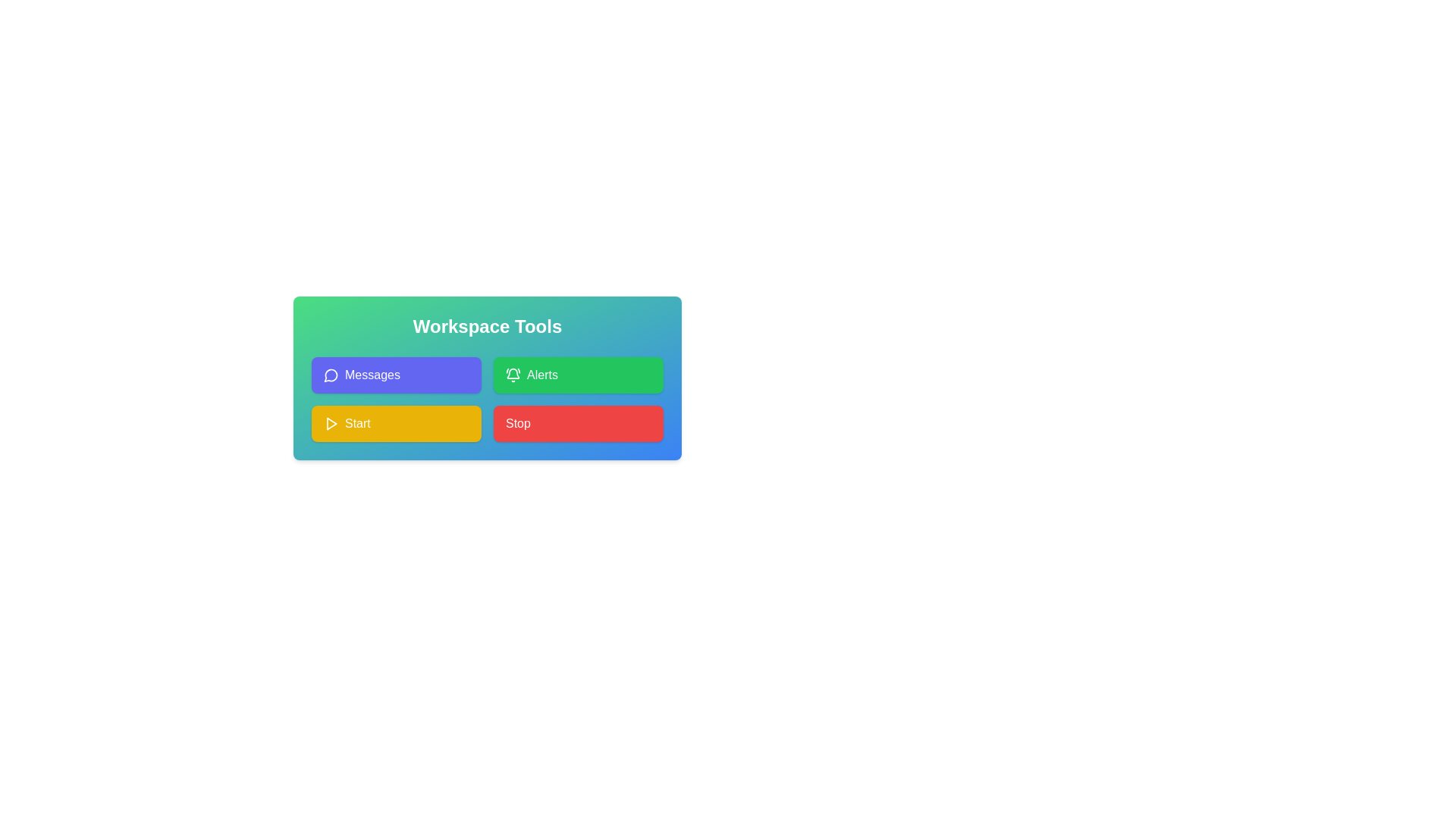 The height and width of the screenshot is (819, 1456). Describe the element at coordinates (397, 424) in the screenshot. I see `the 'Start' button located in the bottom-left area of the grid structure, immediately to the left of the 'Stop' button` at that location.